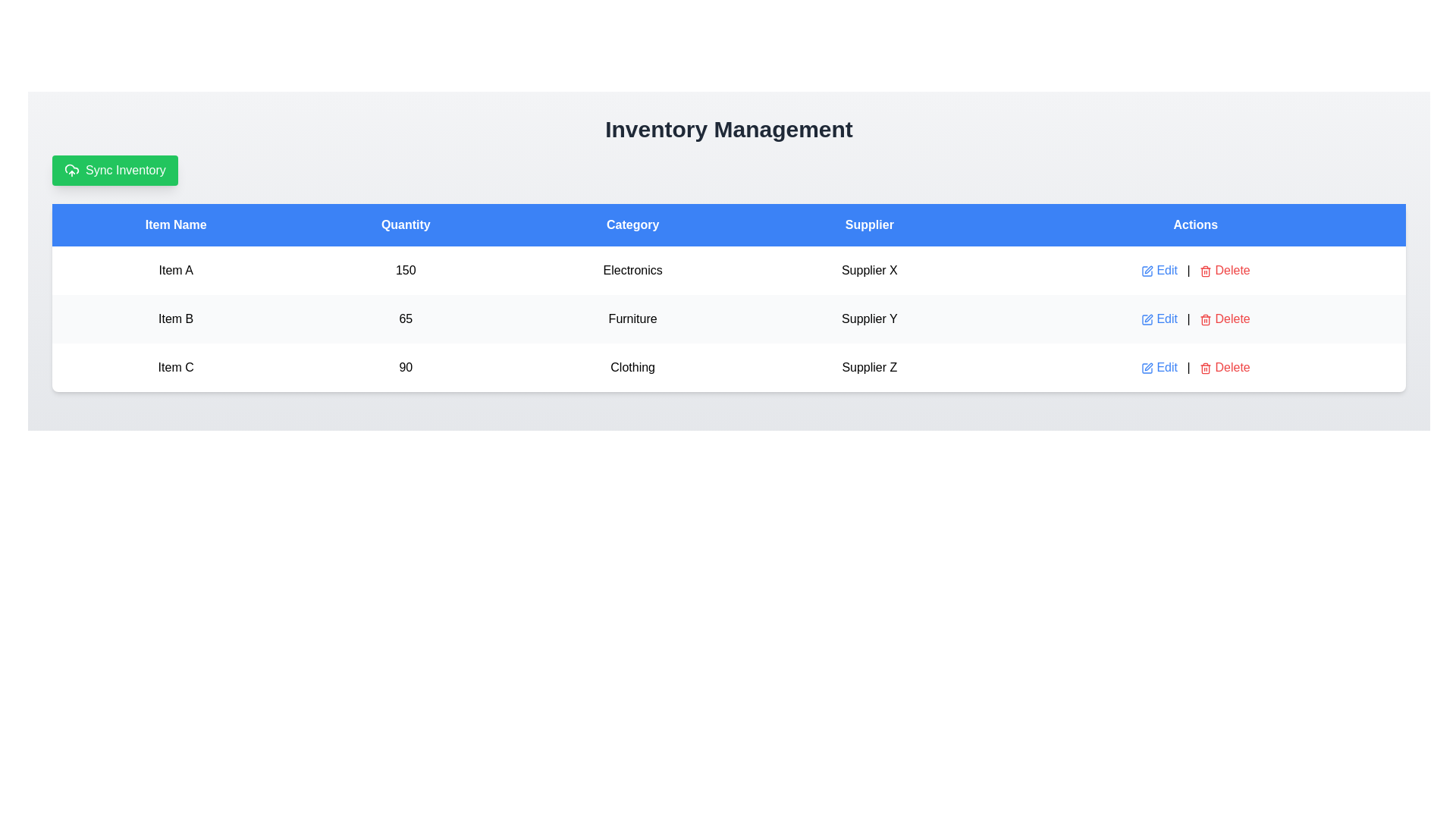  What do you see at coordinates (176, 368) in the screenshot?
I see `the text label displaying 'Item C' located in the first column of the third row under the 'Item Name' column` at bounding box center [176, 368].